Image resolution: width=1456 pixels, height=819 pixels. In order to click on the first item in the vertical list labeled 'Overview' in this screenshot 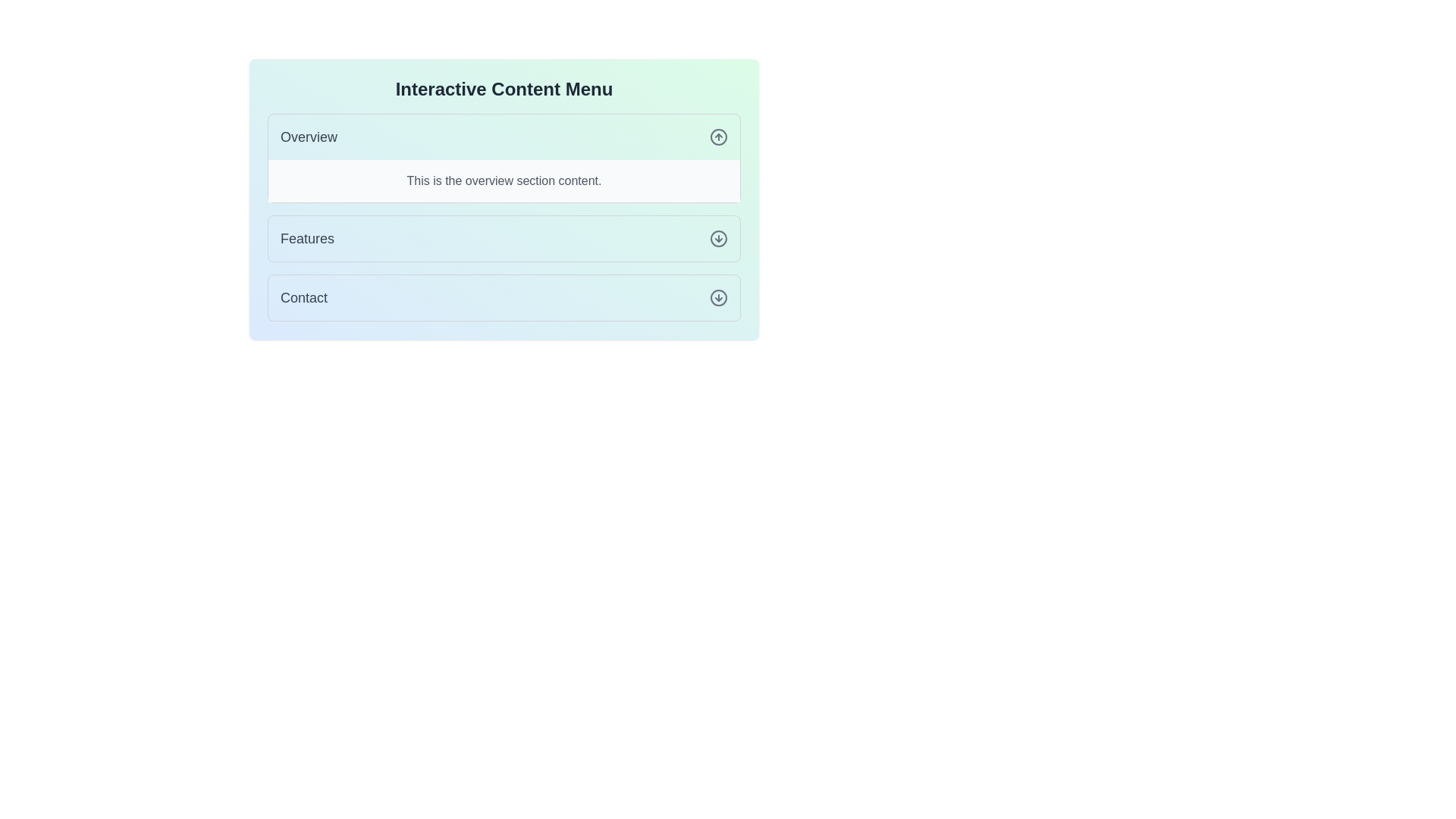, I will do `click(504, 137)`.